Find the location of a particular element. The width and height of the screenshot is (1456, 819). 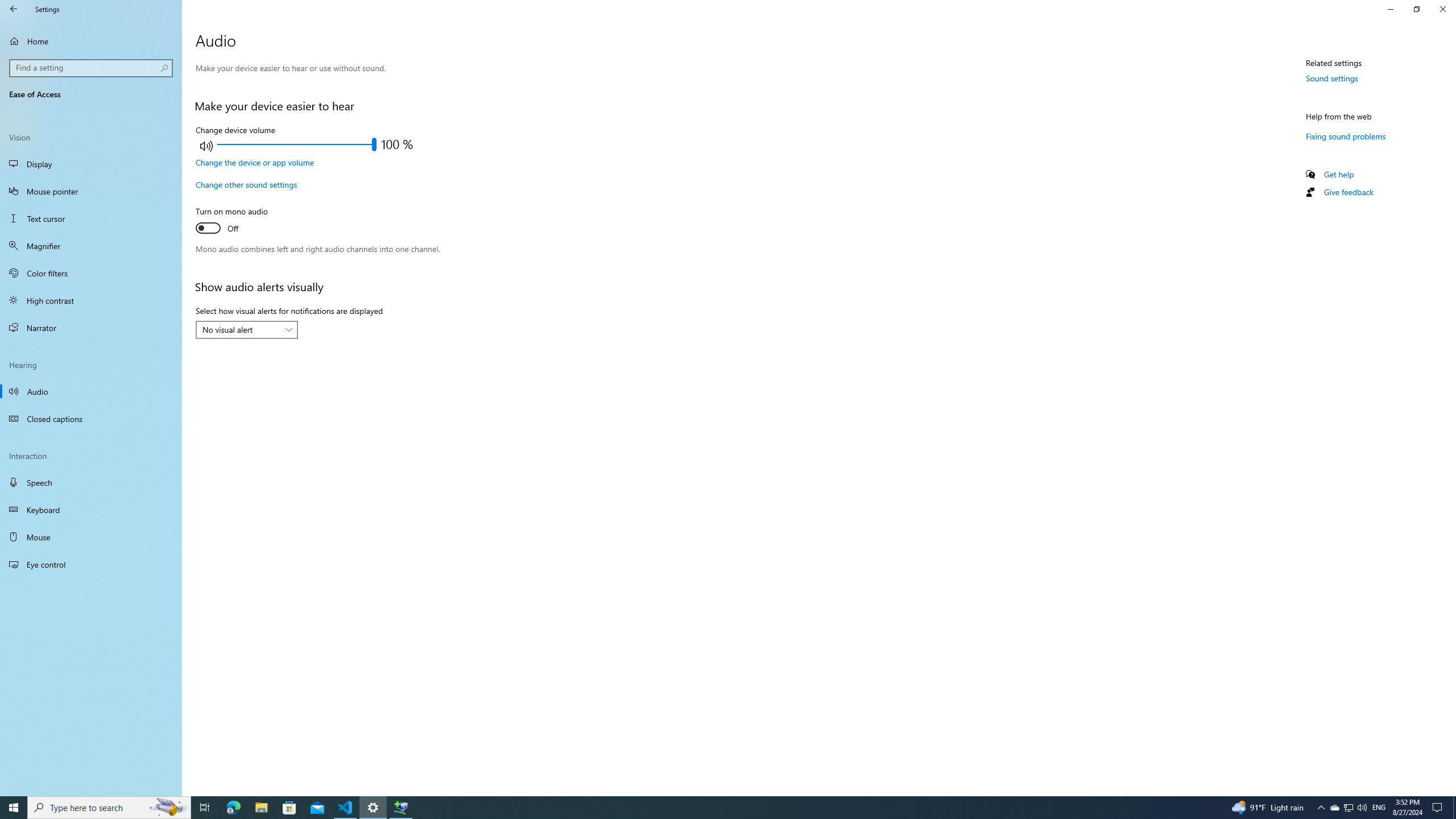

'Narrator' is located at coordinates (90, 327).